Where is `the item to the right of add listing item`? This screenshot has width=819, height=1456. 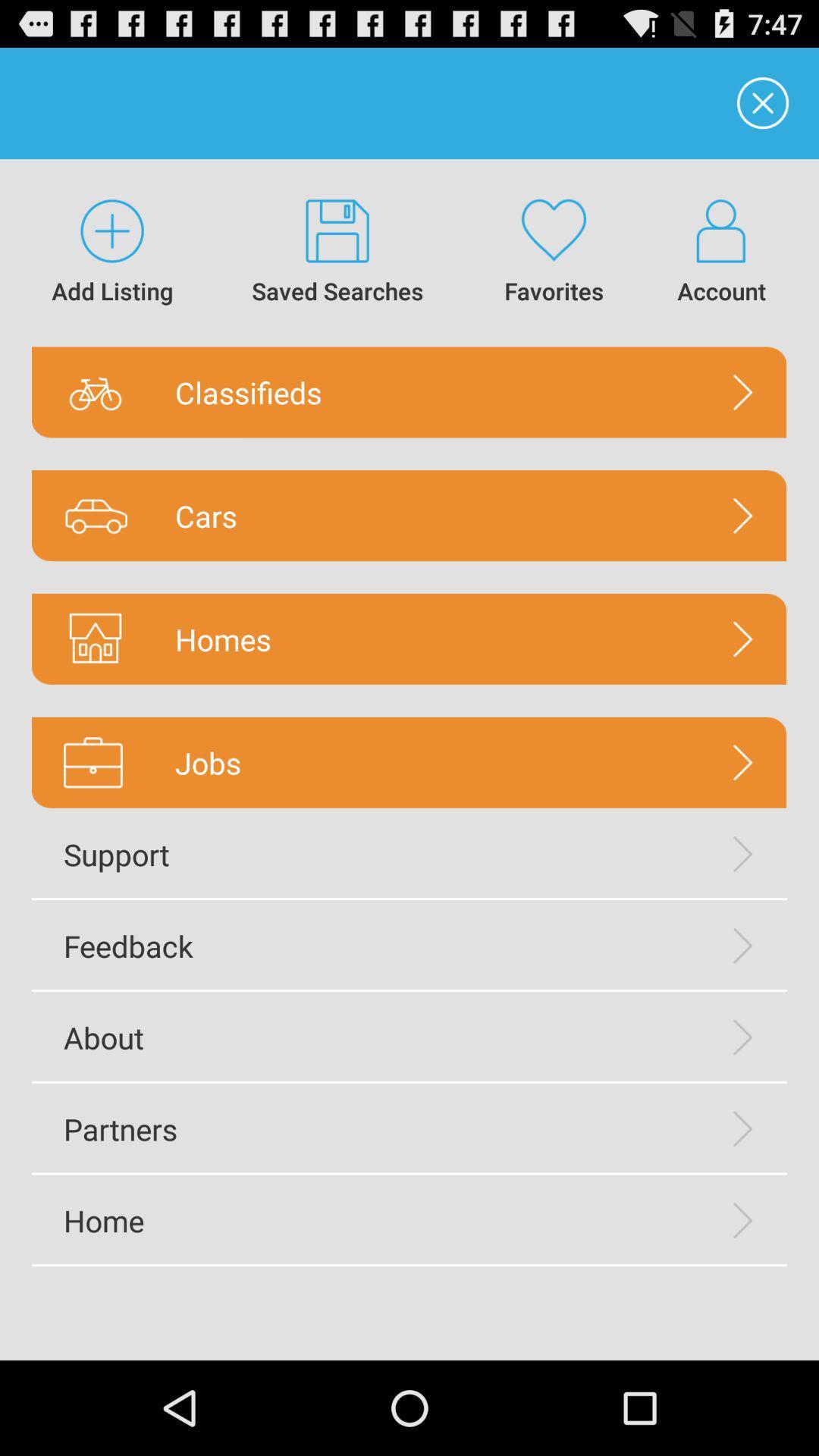
the item to the right of add listing item is located at coordinates (337, 253).